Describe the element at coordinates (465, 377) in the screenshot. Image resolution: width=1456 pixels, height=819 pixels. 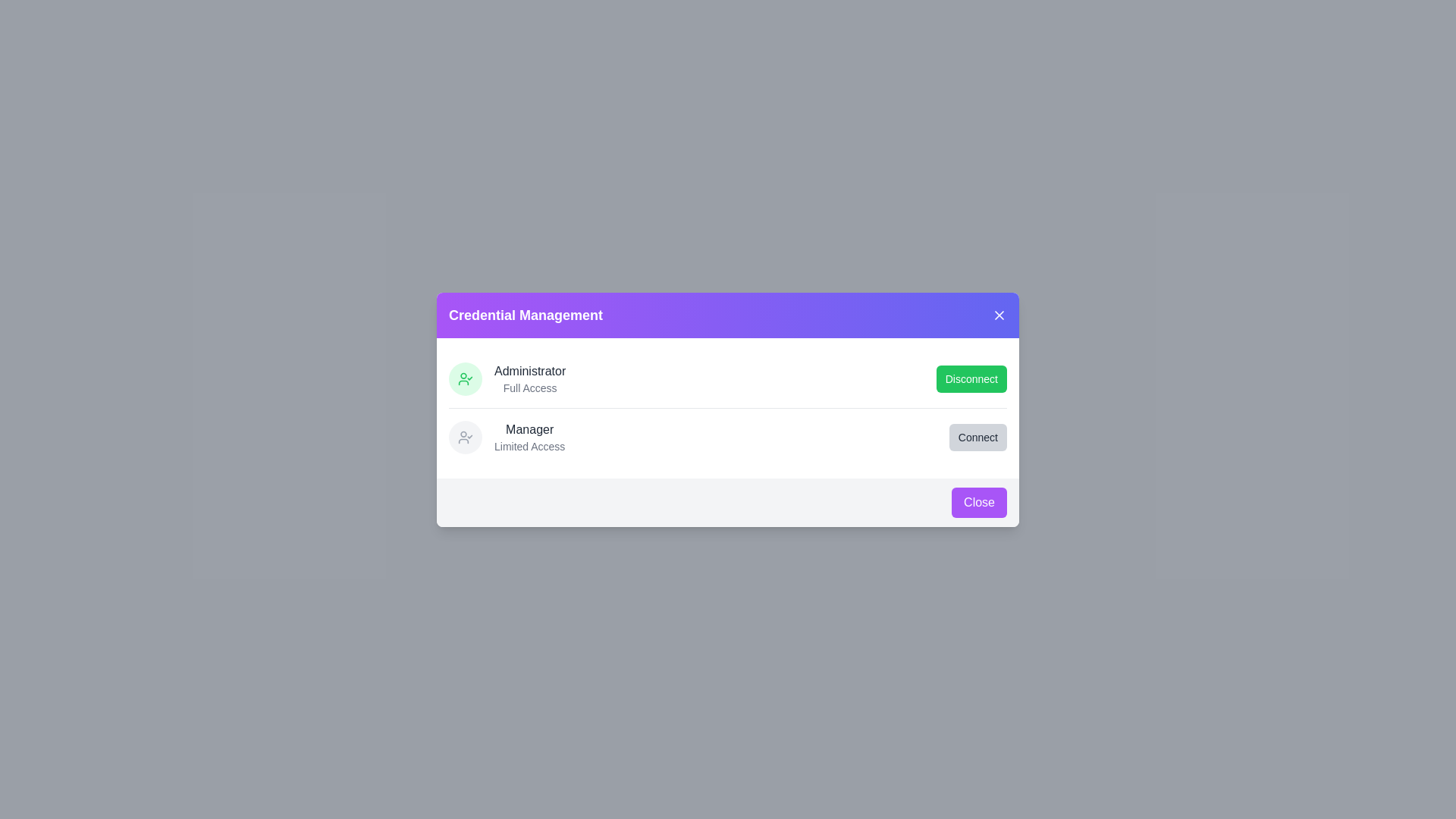
I see `the 'Verified Administrator' icon located in the 'Credential Management' modal dialog, positioned to the left of the 'Full Access' text` at that location.